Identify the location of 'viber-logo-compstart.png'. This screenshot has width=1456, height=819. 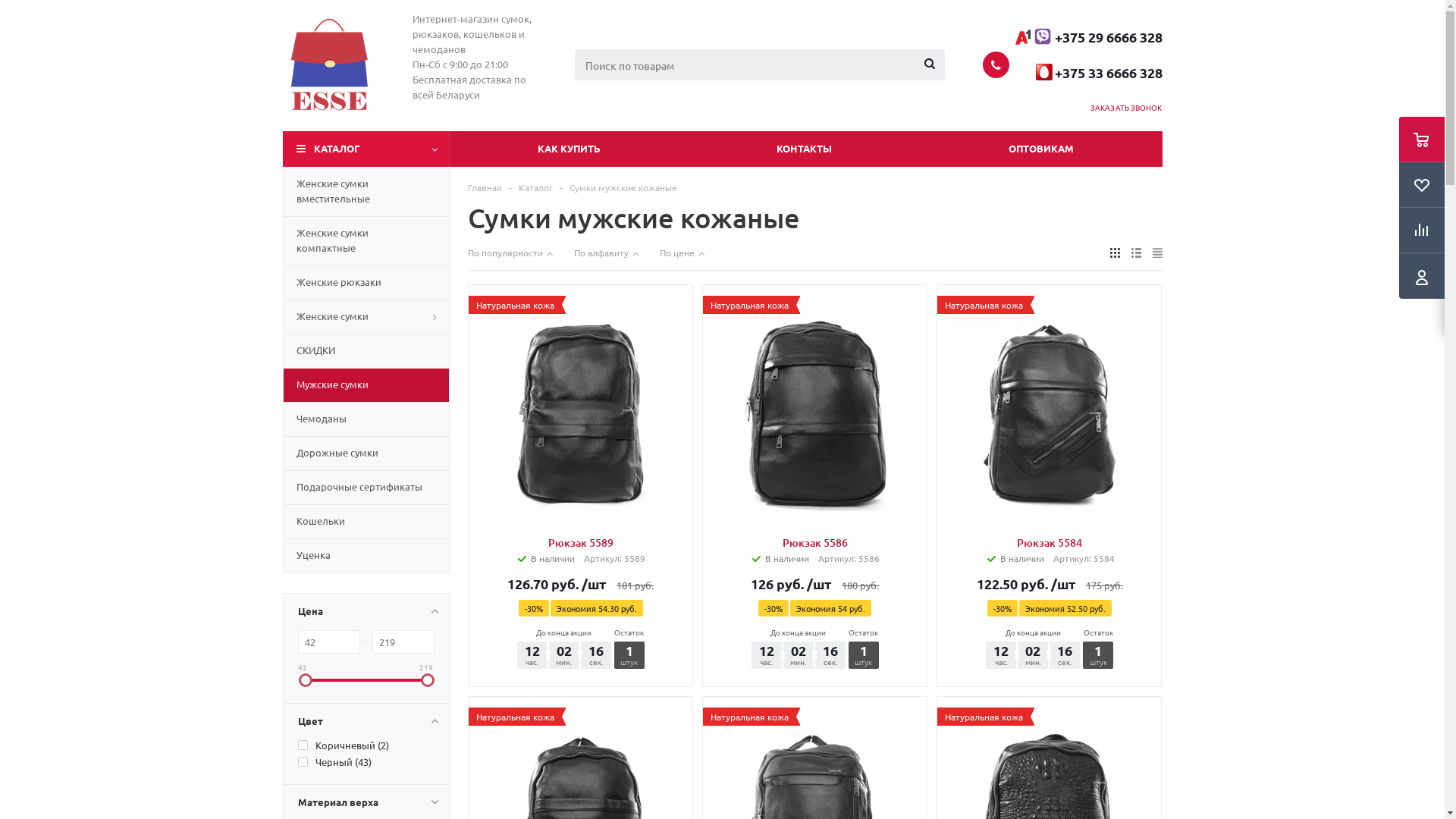
(1041, 34).